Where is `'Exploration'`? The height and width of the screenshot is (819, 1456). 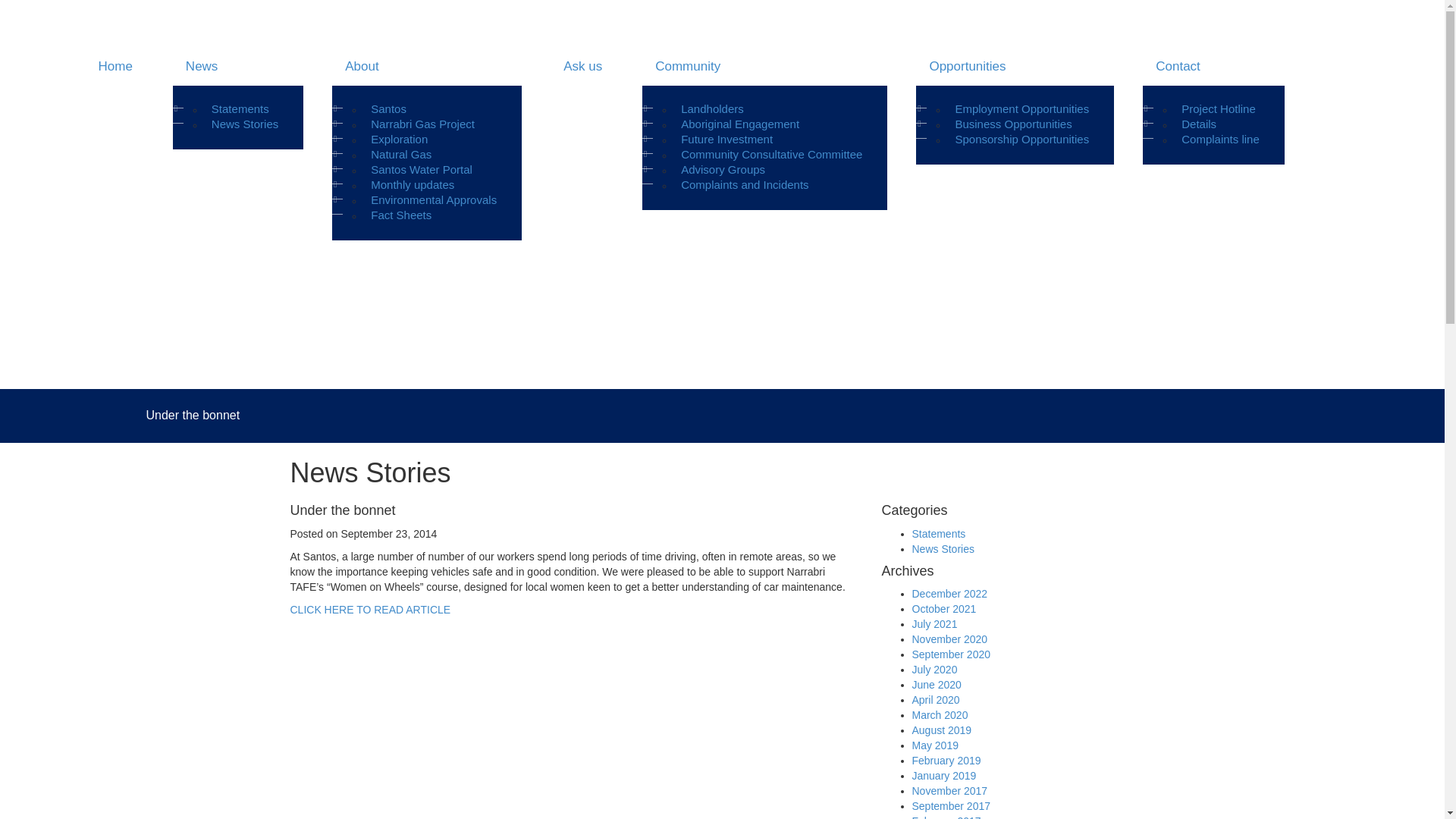 'Exploration' is located at coordinates (399, 140).